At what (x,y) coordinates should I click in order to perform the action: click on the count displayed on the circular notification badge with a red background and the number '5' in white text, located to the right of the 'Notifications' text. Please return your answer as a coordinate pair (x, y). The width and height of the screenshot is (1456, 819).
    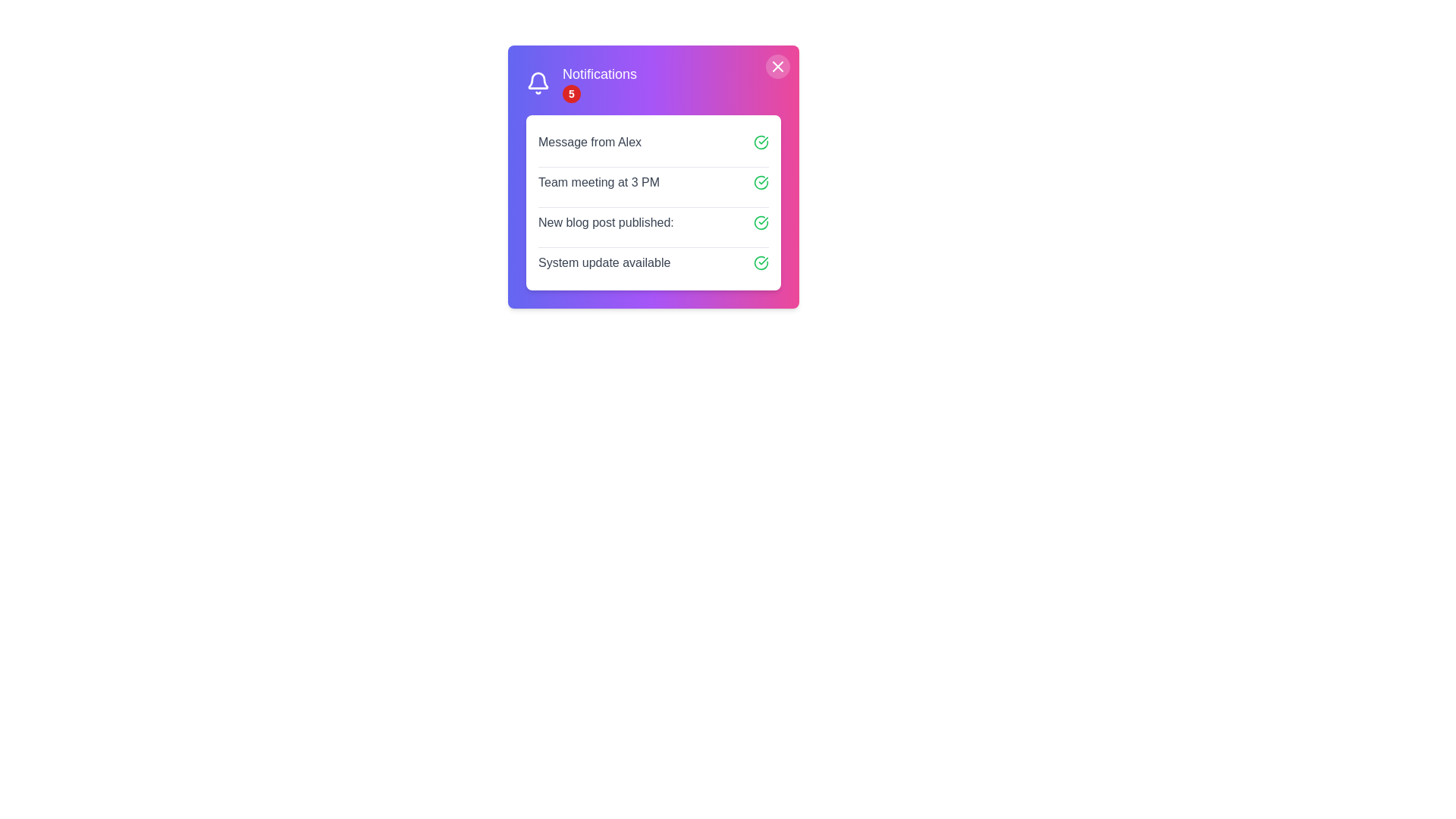
    Looking at the image, I should click on (570, 93).